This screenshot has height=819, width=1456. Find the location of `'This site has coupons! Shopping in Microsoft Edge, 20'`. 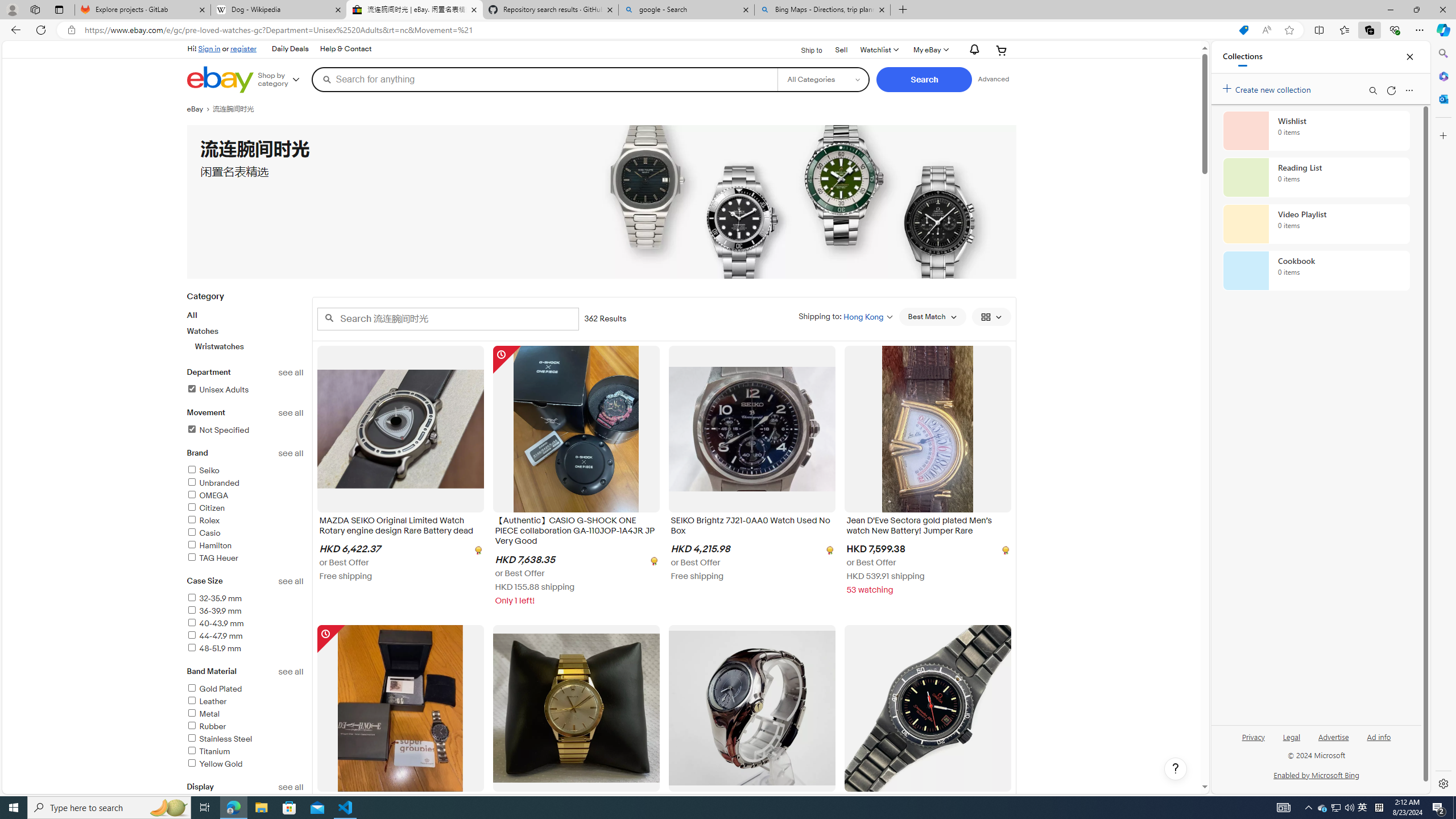

'This site has coupons! Shopping in Microsoft Edge, 20' is located at coordinates (1243, 30).